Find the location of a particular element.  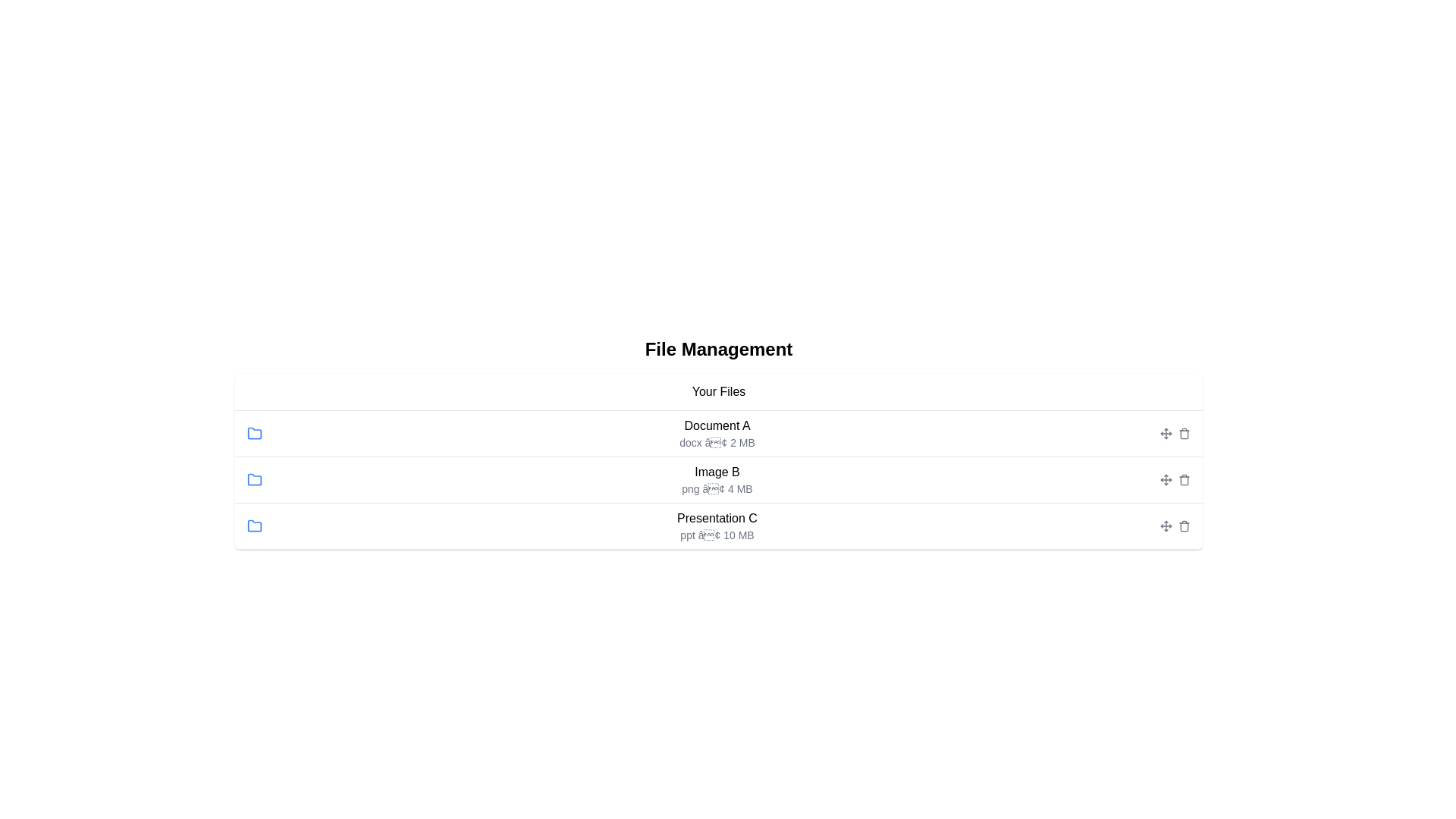

the folder icon representing 'Image B' in the file management system to visually identify its type is located at coordinates (255, 479).